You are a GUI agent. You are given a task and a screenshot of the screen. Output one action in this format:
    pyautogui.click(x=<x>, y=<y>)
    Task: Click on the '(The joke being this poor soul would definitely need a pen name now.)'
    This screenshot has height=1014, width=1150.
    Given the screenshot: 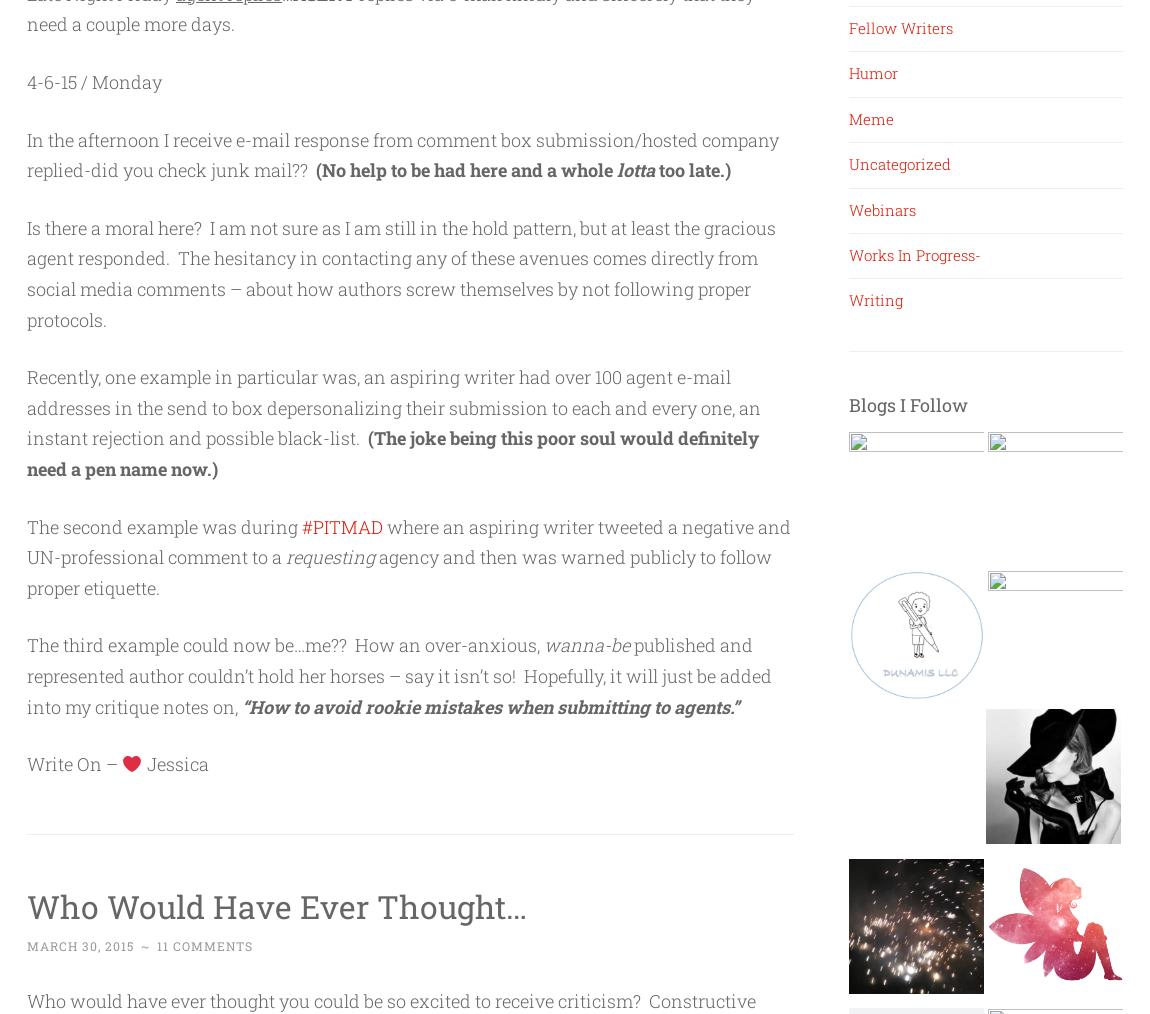 What is the action you would take?
    pyautogui.click(x=392, y=453)
    